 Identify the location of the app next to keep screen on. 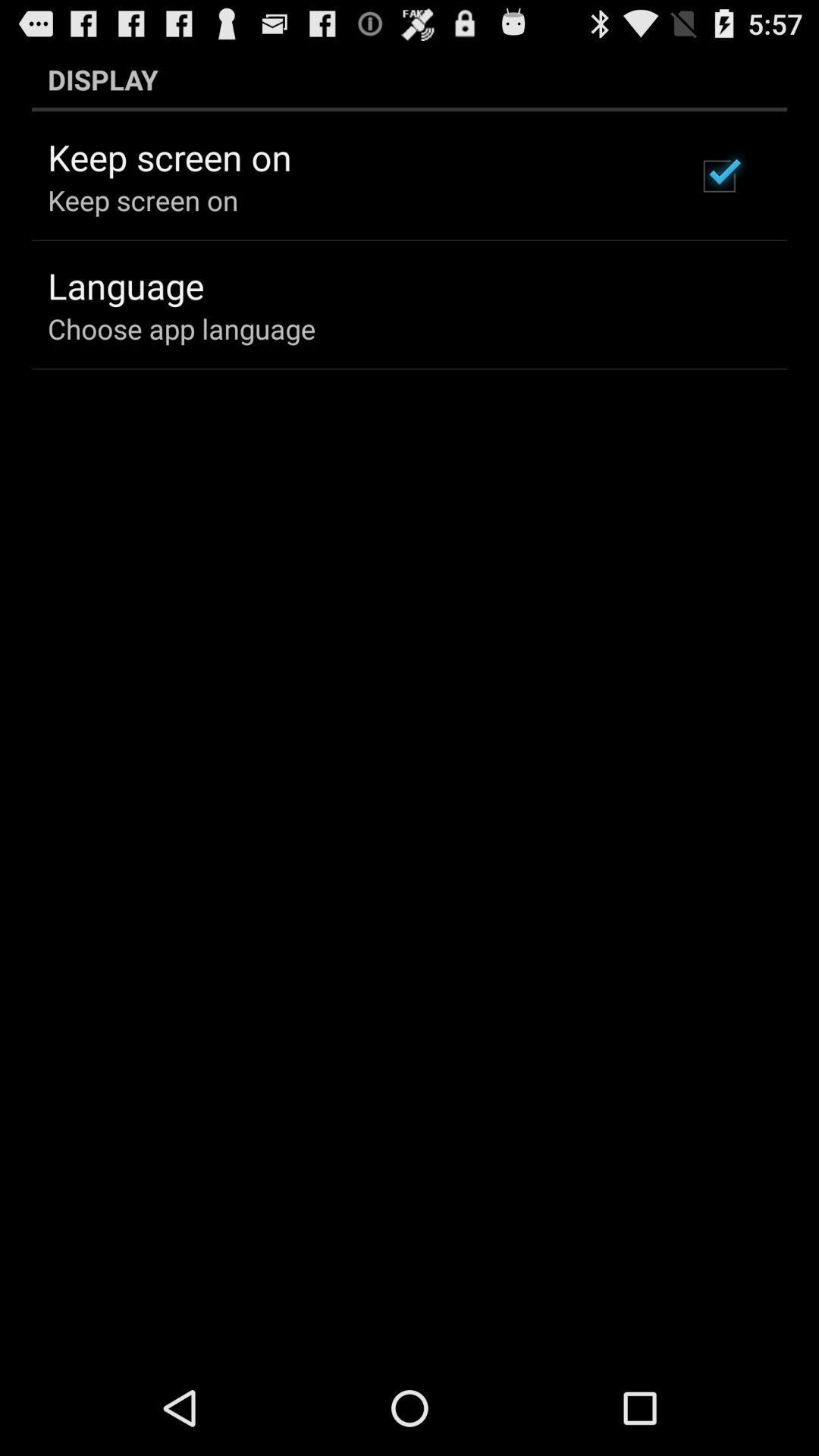
(718, 176).